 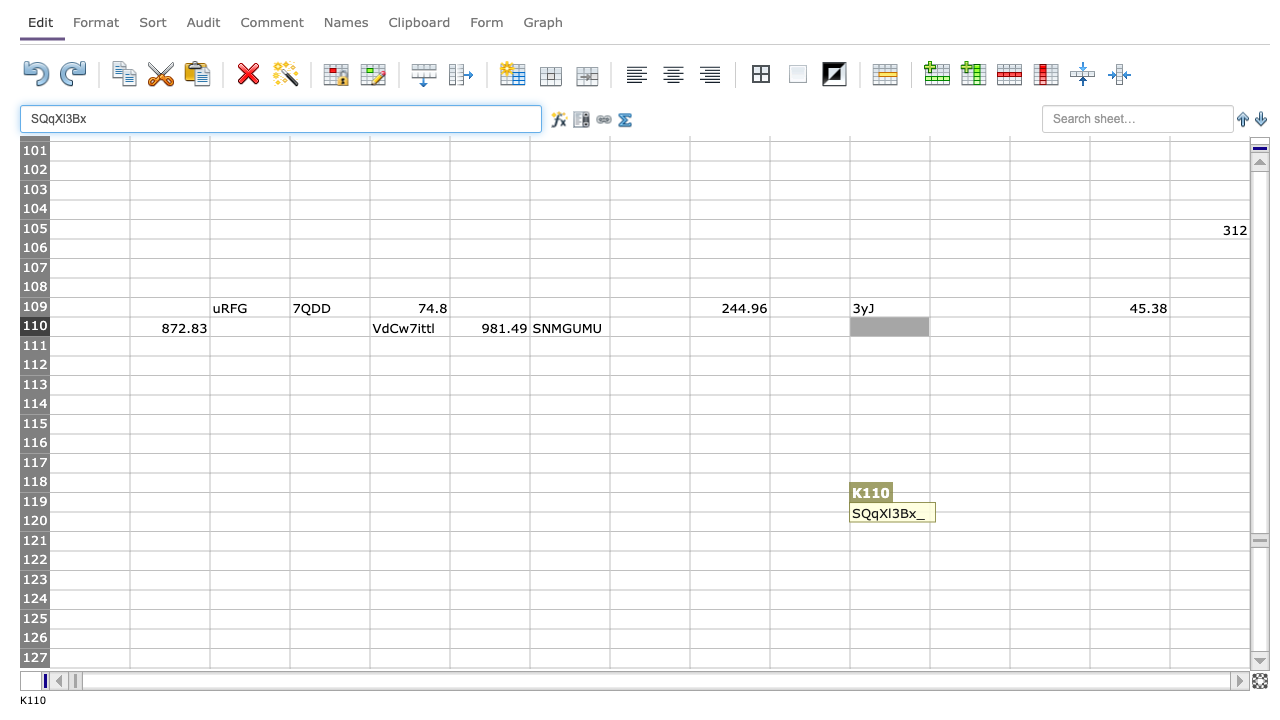 What do you see at coordinates (969, 520) in the screenshot?
I see `cell L120` at bounding box center [969, 520].